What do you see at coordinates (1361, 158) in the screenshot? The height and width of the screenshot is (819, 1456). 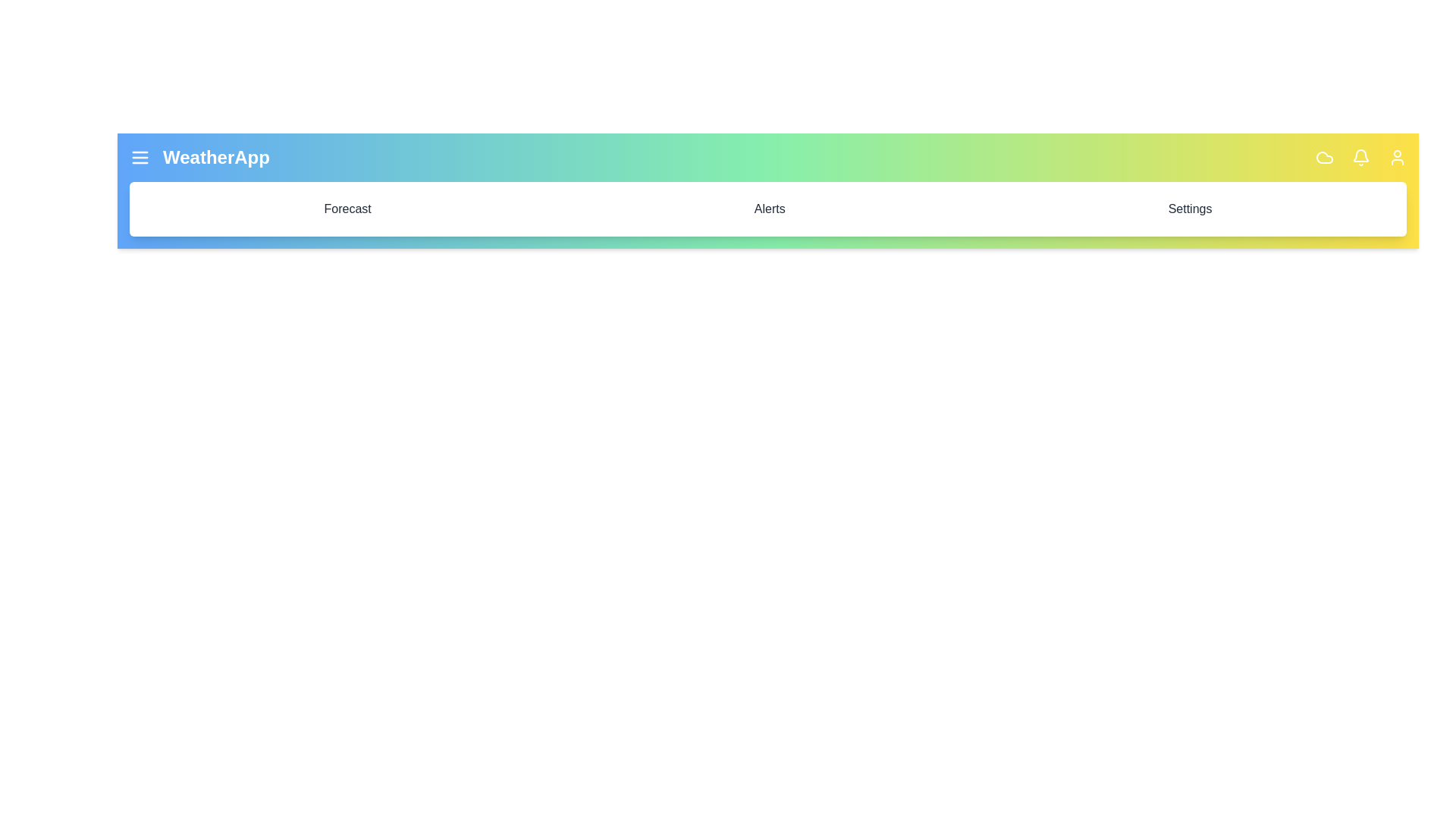 I see `the Bell icon in the WeatherAppBar` at bounding box center [1361, 158].